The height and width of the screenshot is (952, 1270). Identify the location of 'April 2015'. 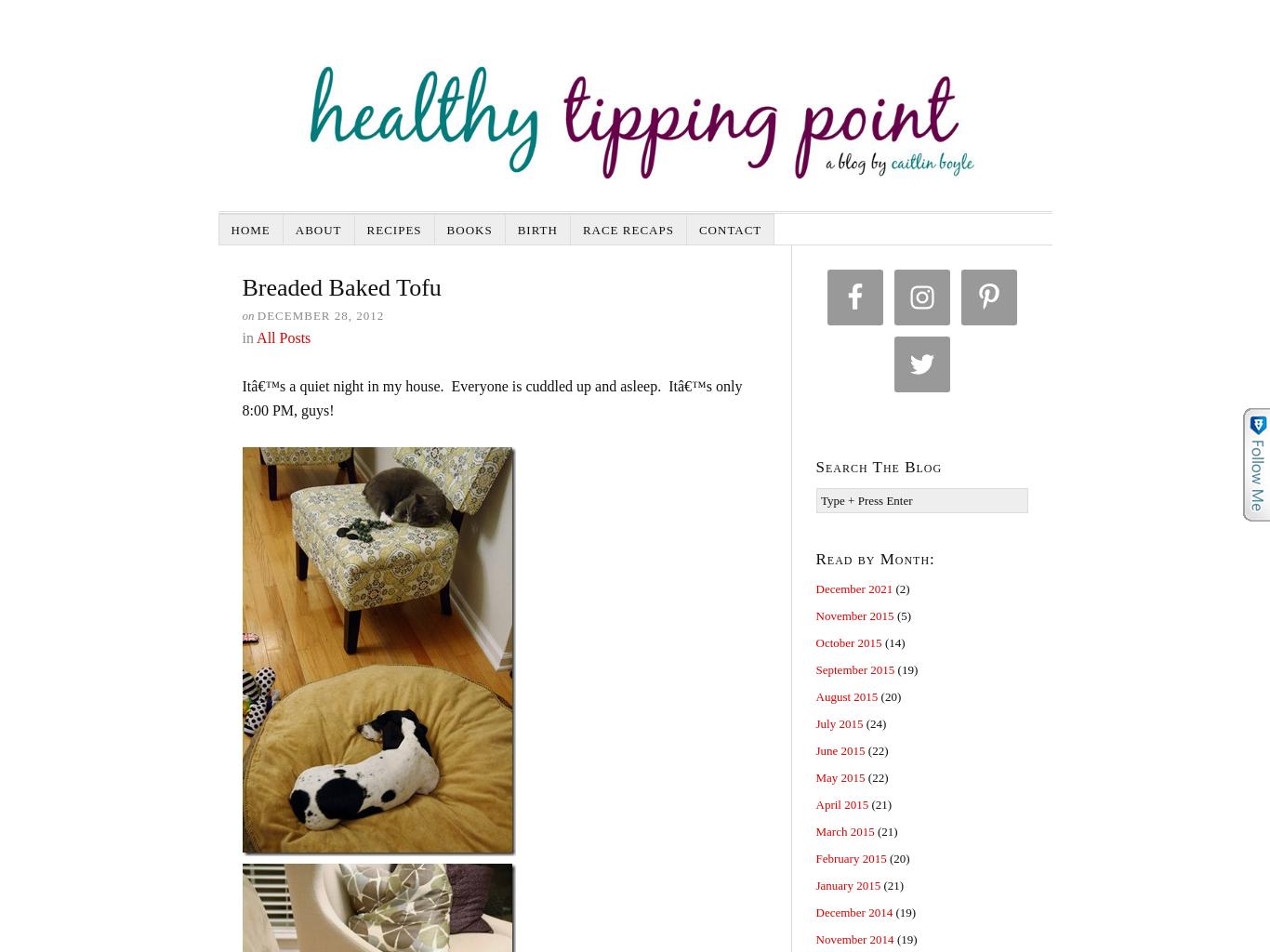
(840, 804).